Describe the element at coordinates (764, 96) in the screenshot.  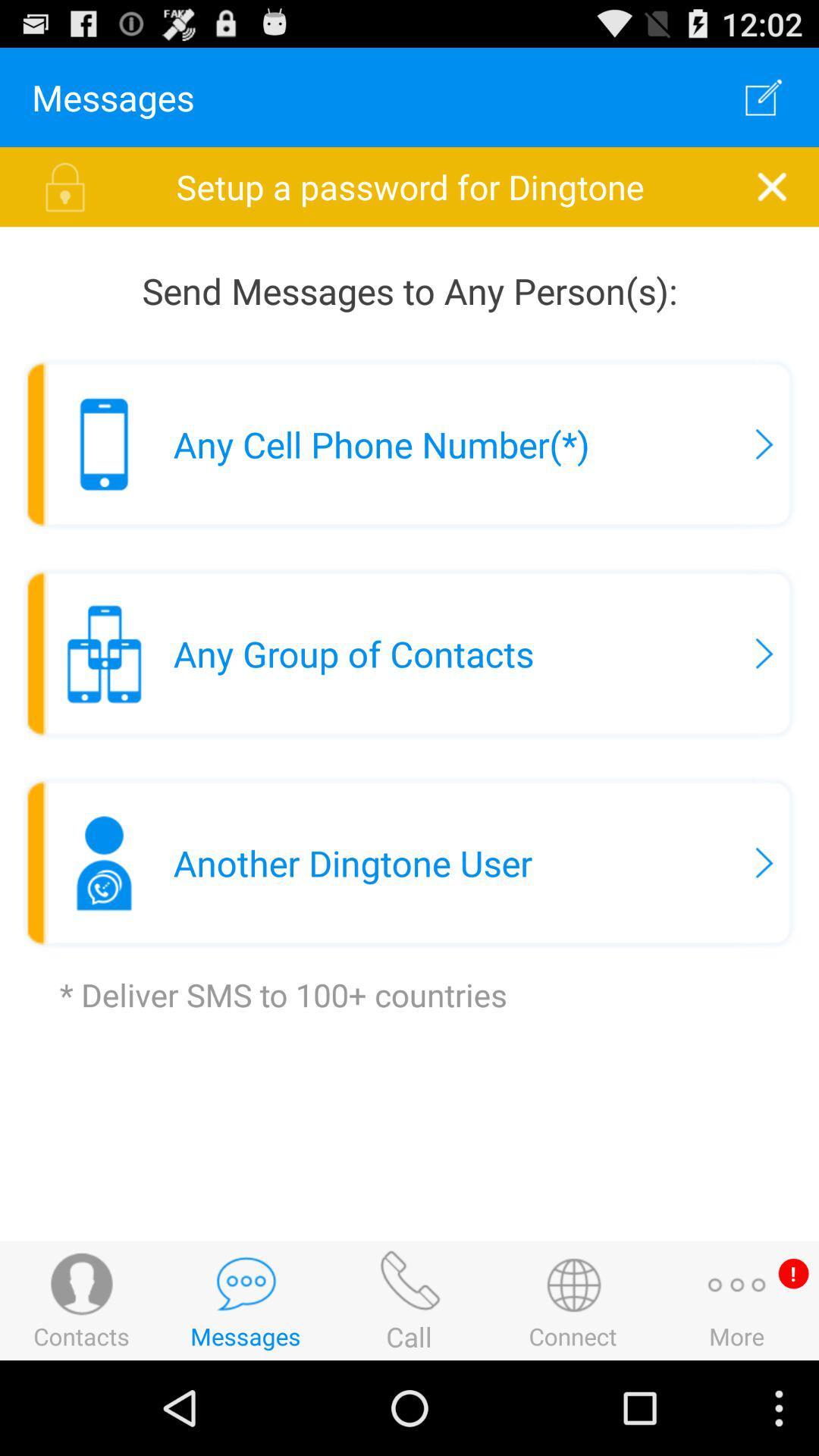
I see `app above the setup a password` at that location.